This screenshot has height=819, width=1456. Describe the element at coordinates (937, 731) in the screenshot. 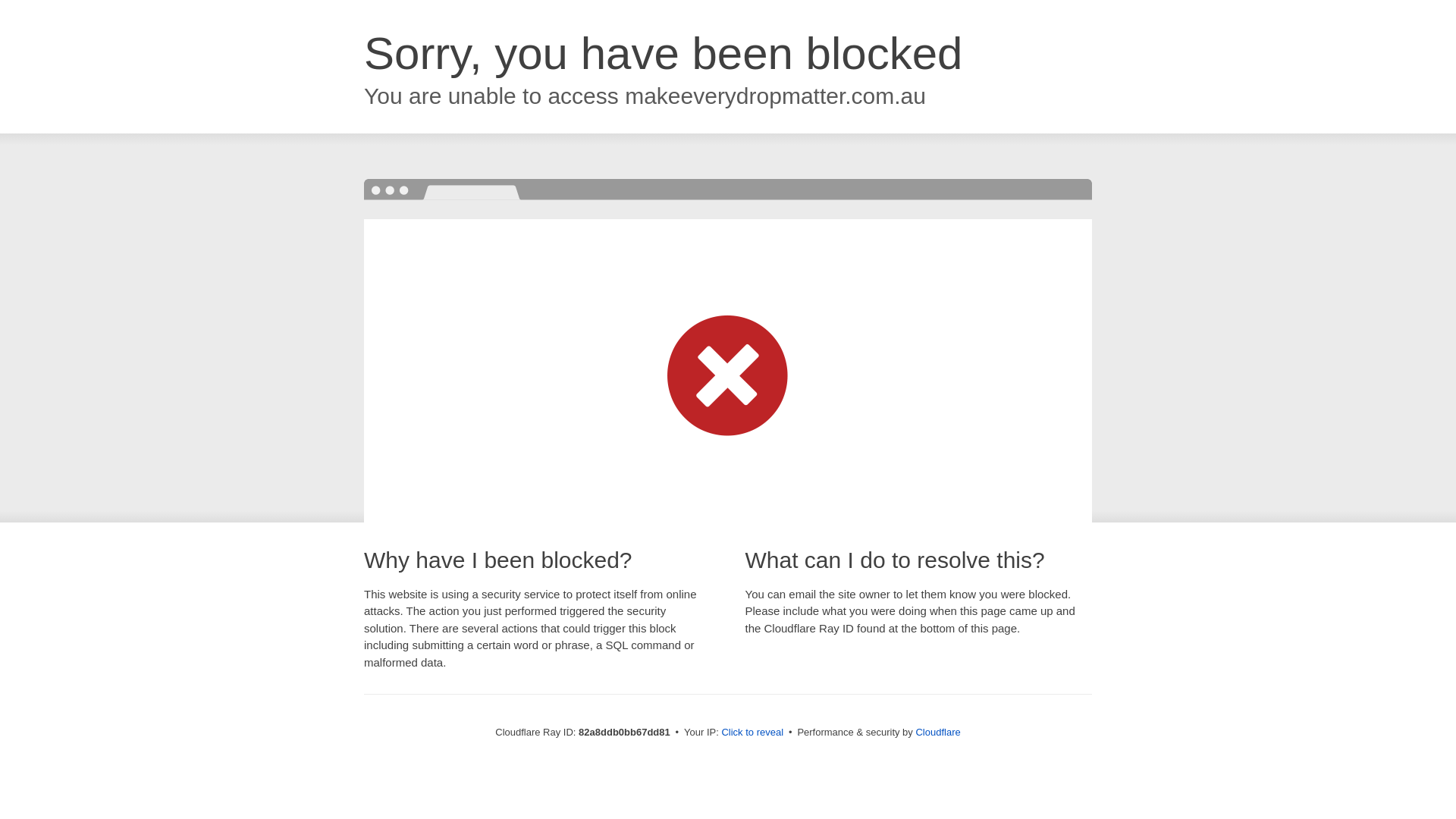

I see `'Cloudflare'` at that location.